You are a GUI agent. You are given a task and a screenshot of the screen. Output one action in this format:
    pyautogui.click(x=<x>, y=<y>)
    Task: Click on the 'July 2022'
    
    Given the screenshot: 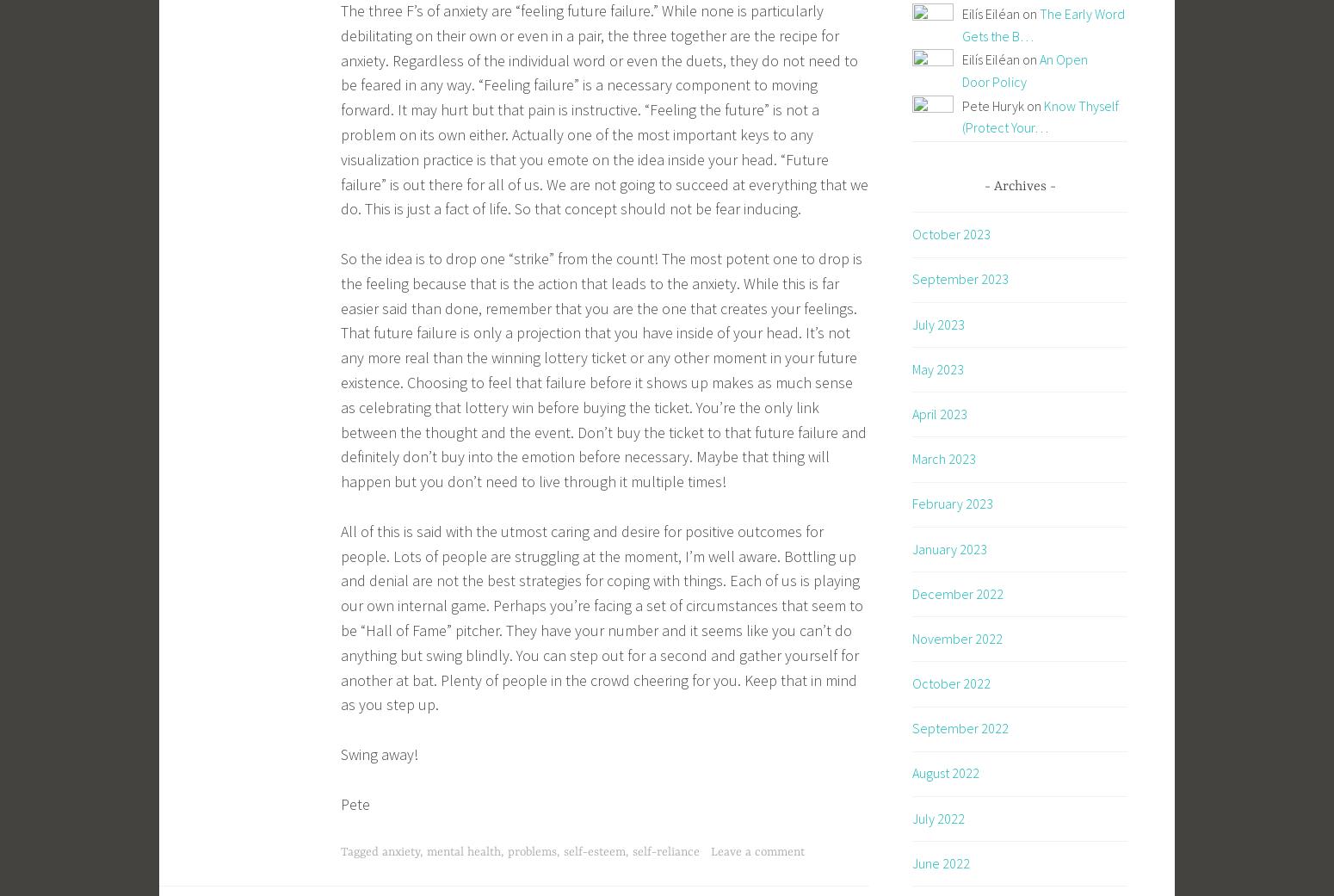 What is the action you would take?
    pyautogui.click(x=937, y=818)
    